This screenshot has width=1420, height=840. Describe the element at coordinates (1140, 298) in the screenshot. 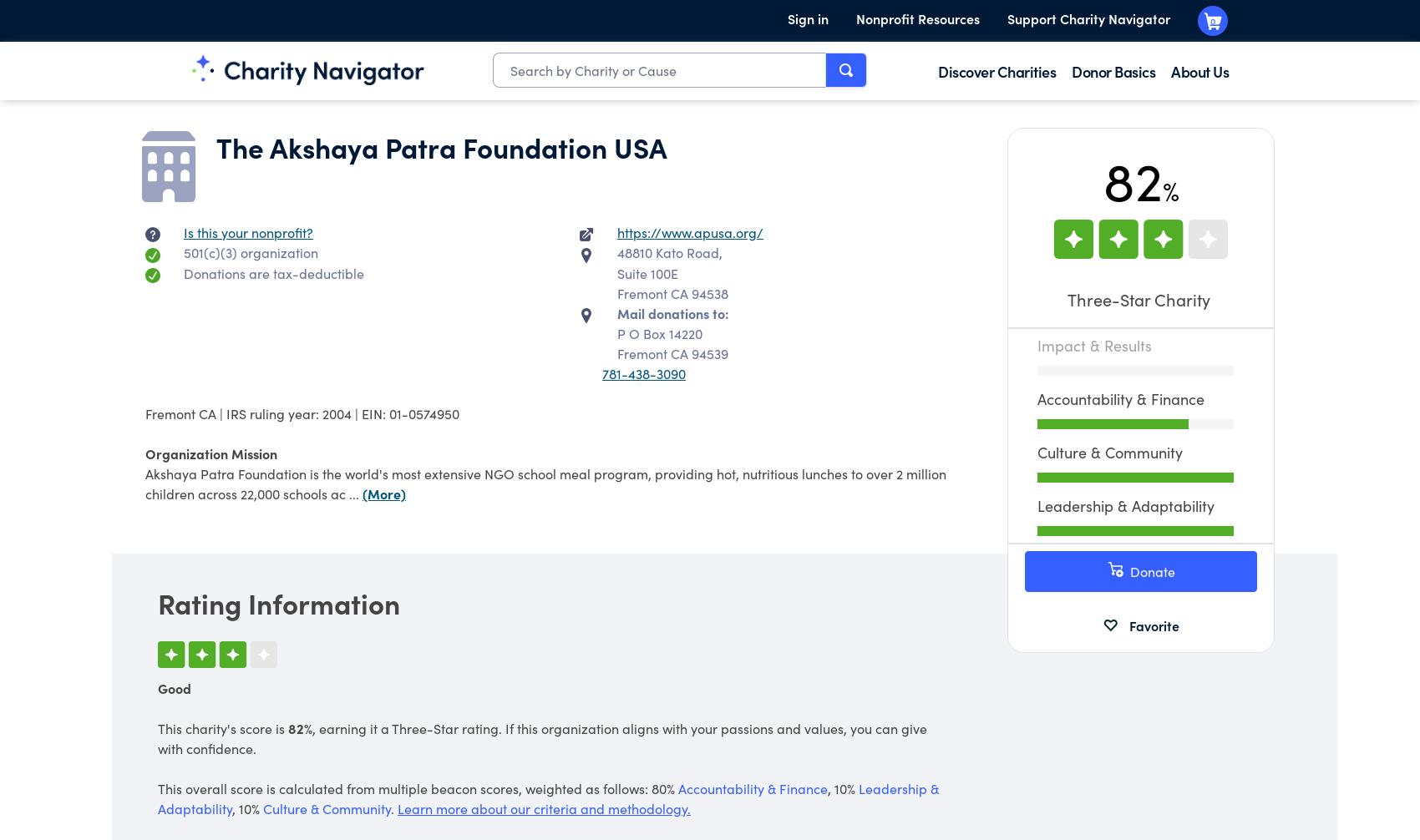

I see `'Three-Star Charity'` at that location.